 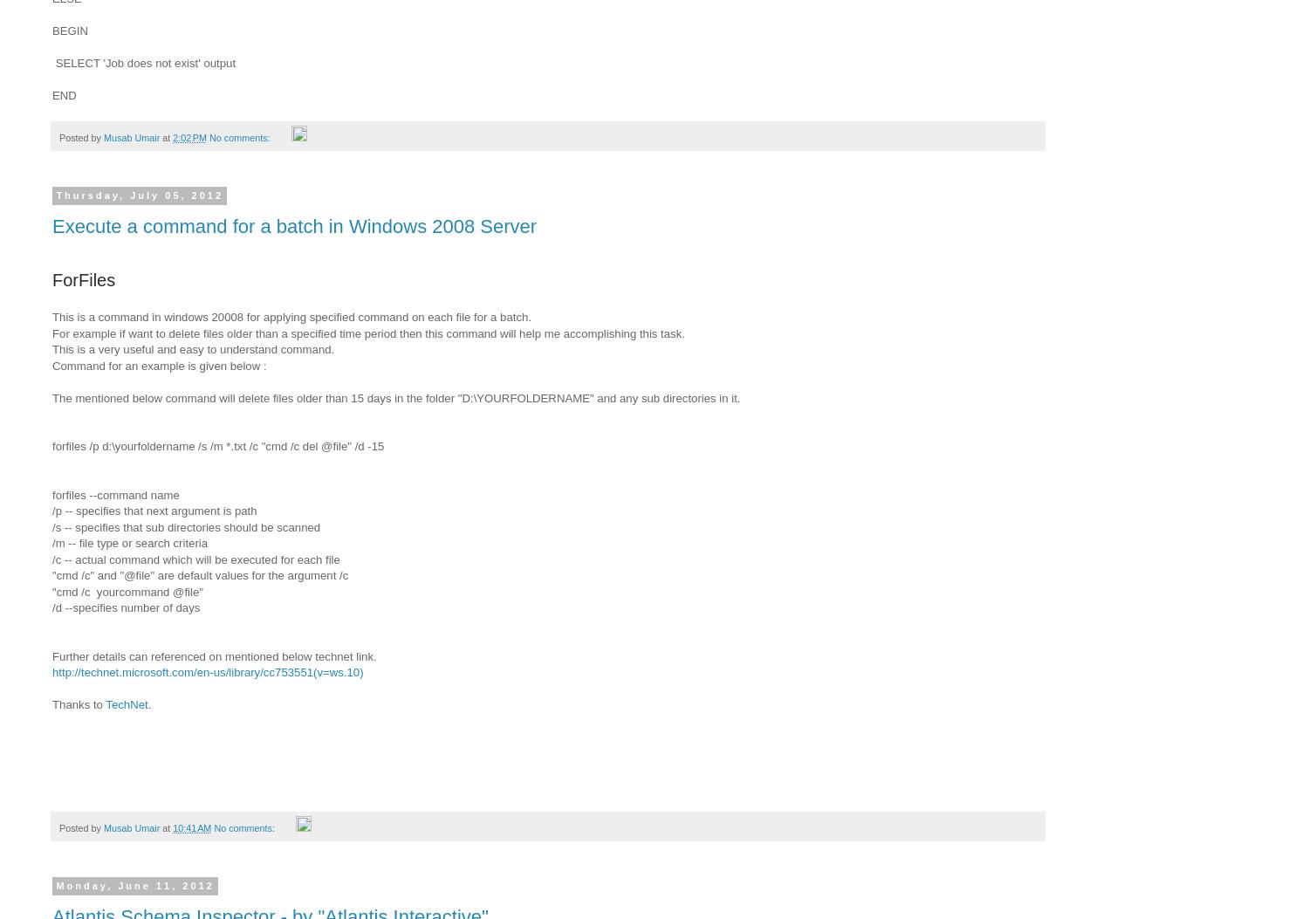 What do you see at coordinates (291, 316) in the screenshot?
I see `'This is a command in windows 20008 for applying specified command on each file for a batch.'` at bounding box center [291, 316].